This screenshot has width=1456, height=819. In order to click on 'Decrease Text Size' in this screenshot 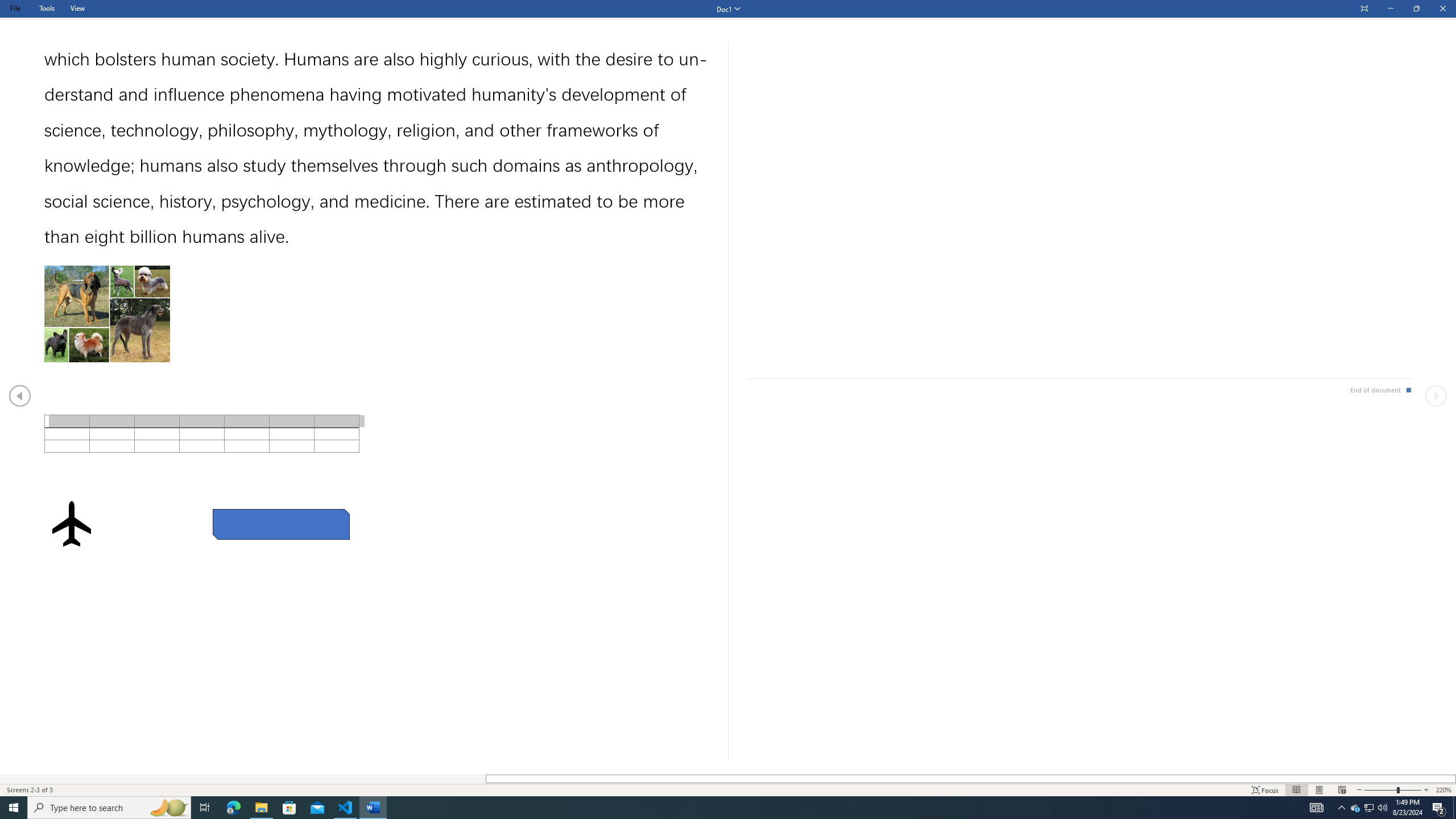, I will do `click(1358, 790)`.